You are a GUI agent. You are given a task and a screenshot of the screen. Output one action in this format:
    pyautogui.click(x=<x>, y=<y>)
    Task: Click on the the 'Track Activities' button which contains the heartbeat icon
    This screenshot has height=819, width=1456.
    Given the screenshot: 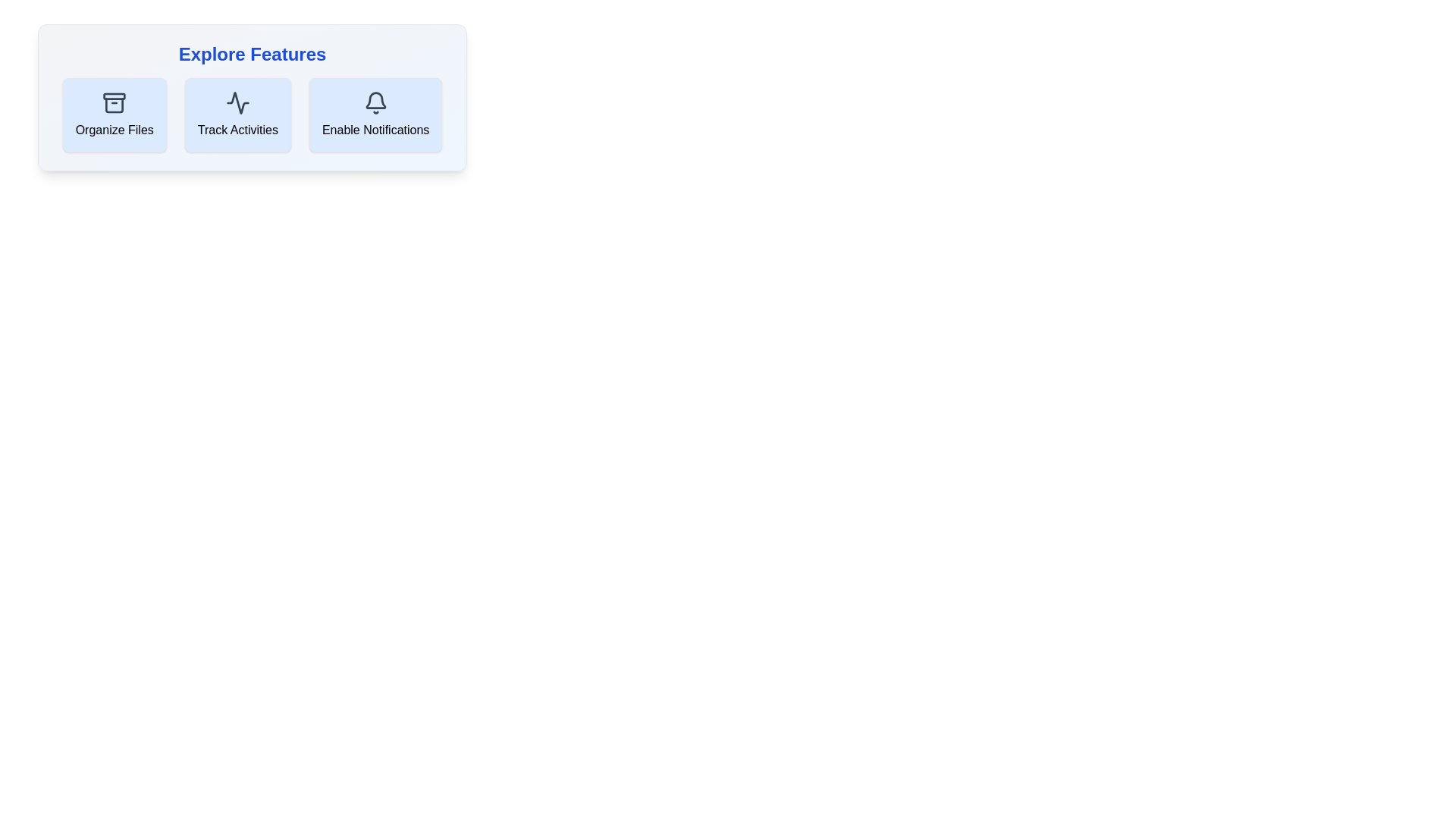 What is the action you would take?
    pyautogui.click(x=237, y=102)
    